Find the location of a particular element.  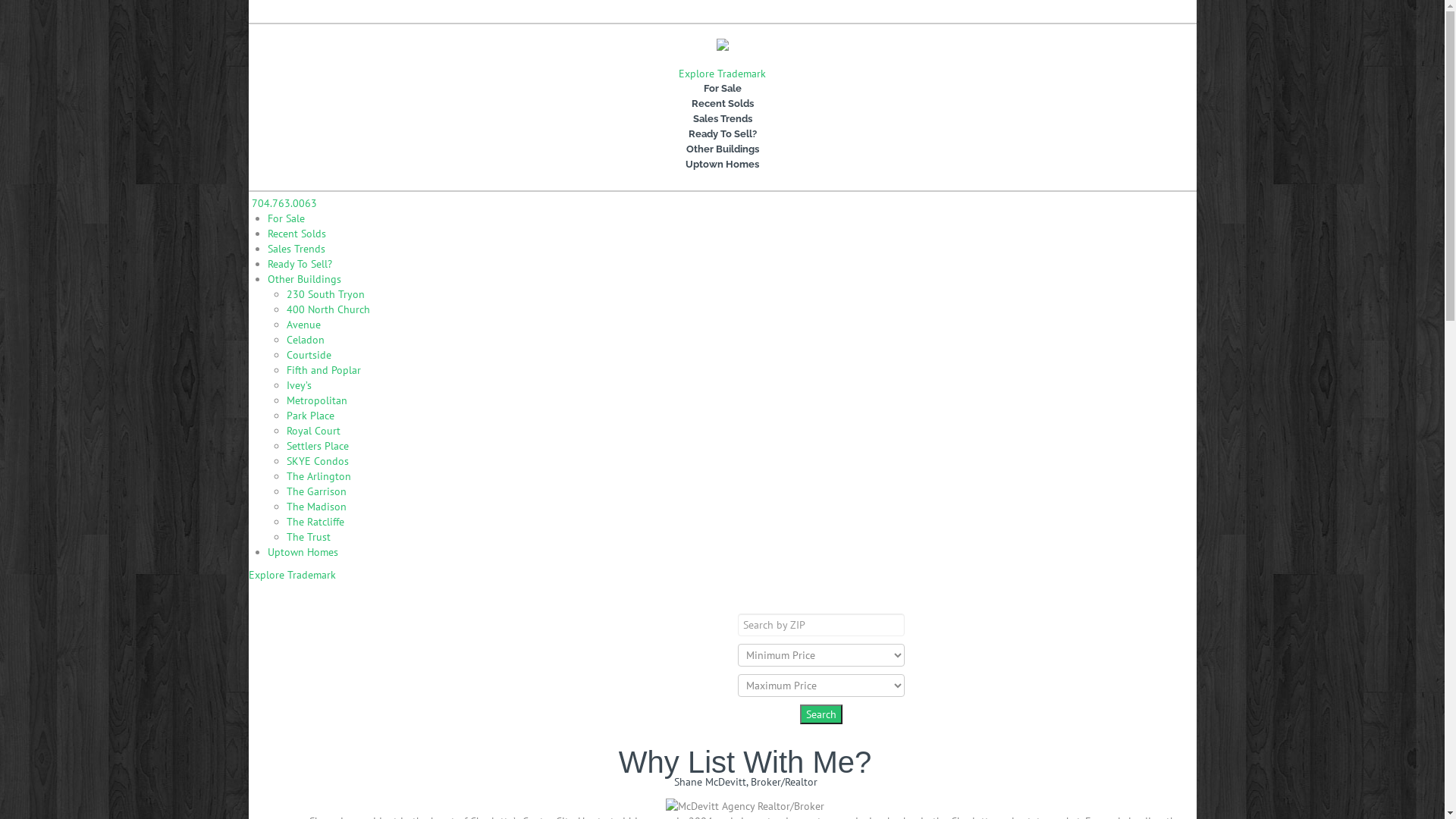

'Fifth and Poplar' is located at coordinates (323, 370).